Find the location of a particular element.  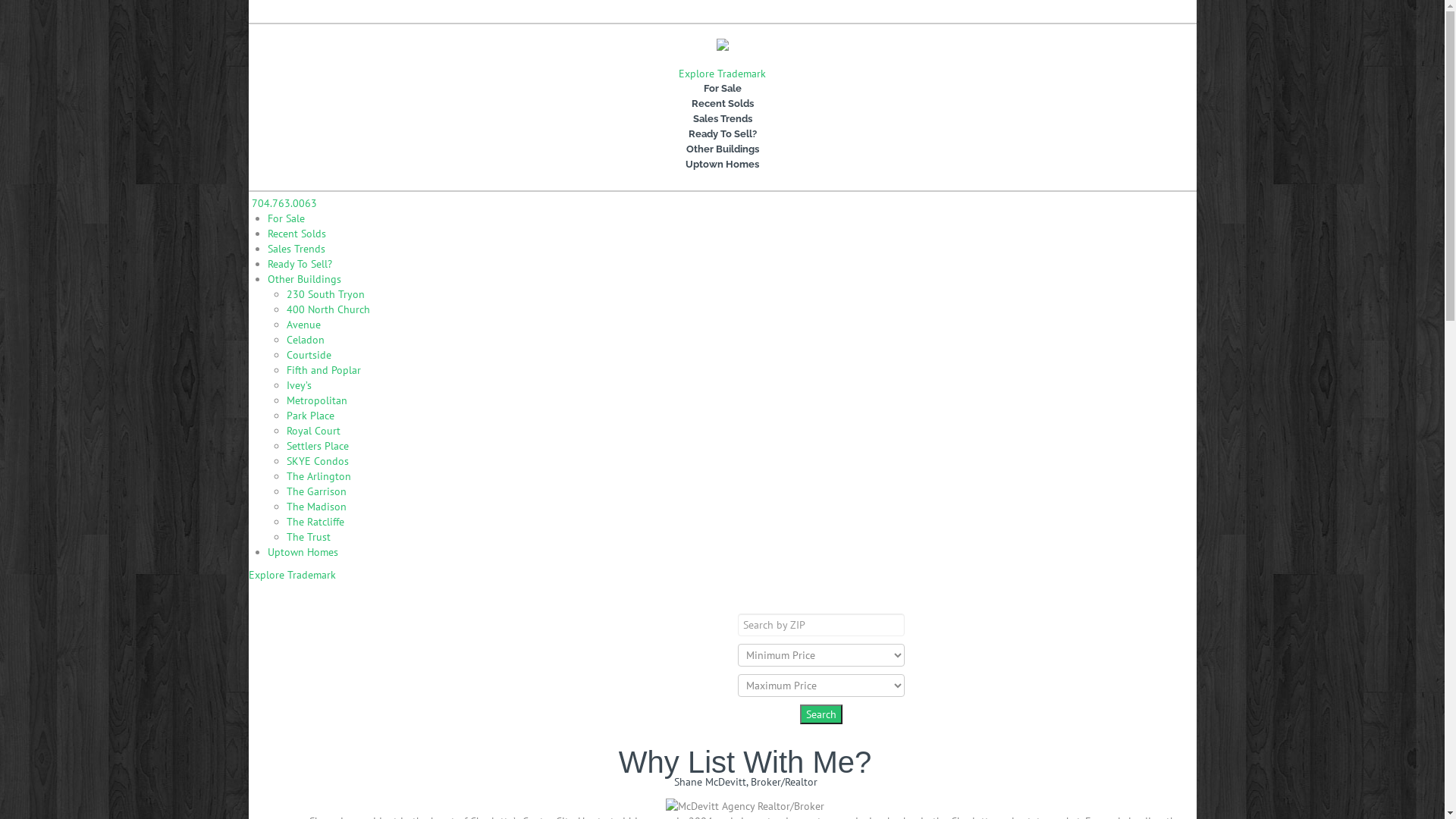

'Fifth and Poplar' is located at coordinates (323, 370).